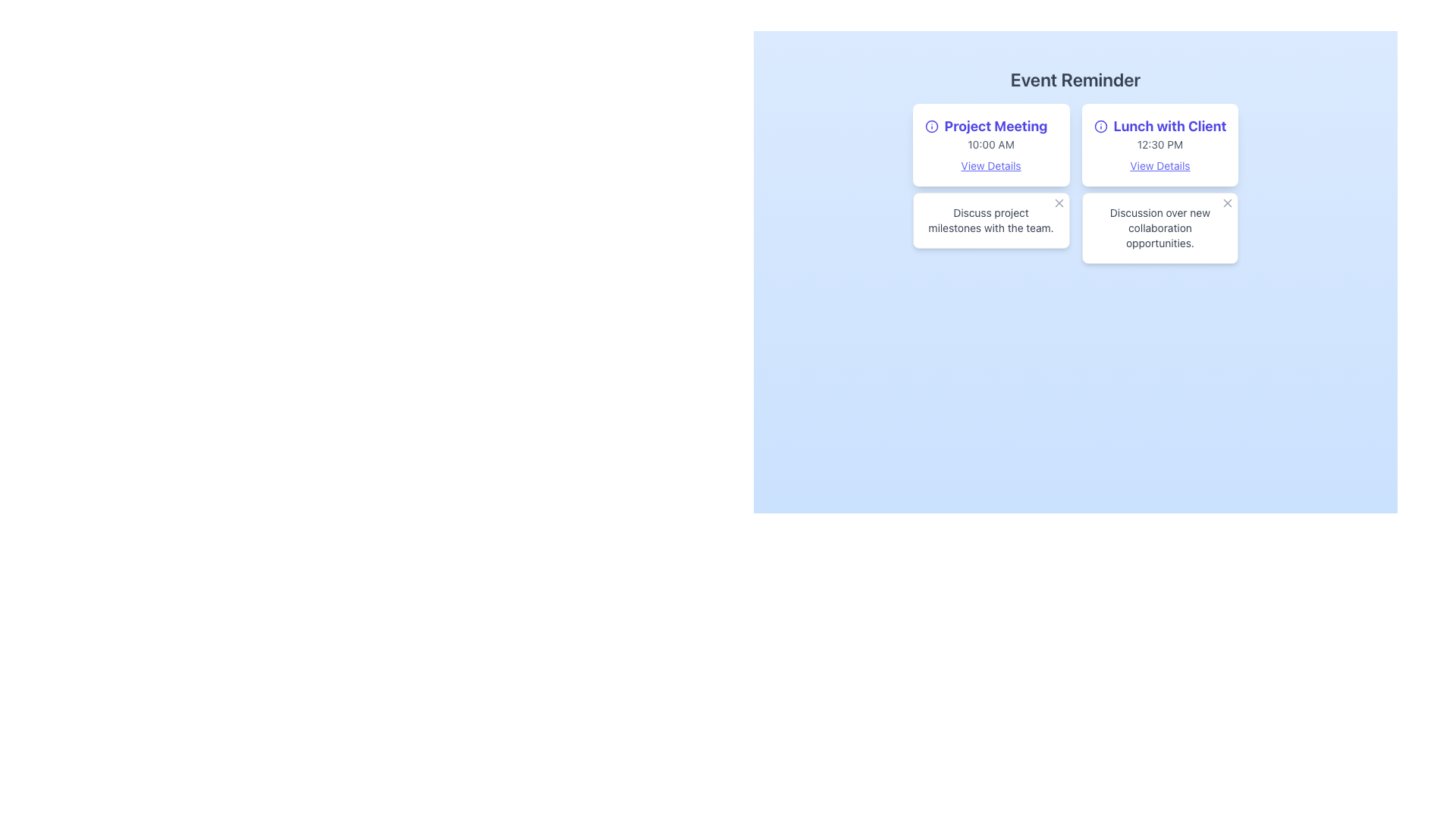 The image size is (1456, 819). I want to click on title text of the card located at the top of the white card, which identifies the associated event or activity, positioned above the '10:00 AM' text and aligned to the left, so click(990, 125).